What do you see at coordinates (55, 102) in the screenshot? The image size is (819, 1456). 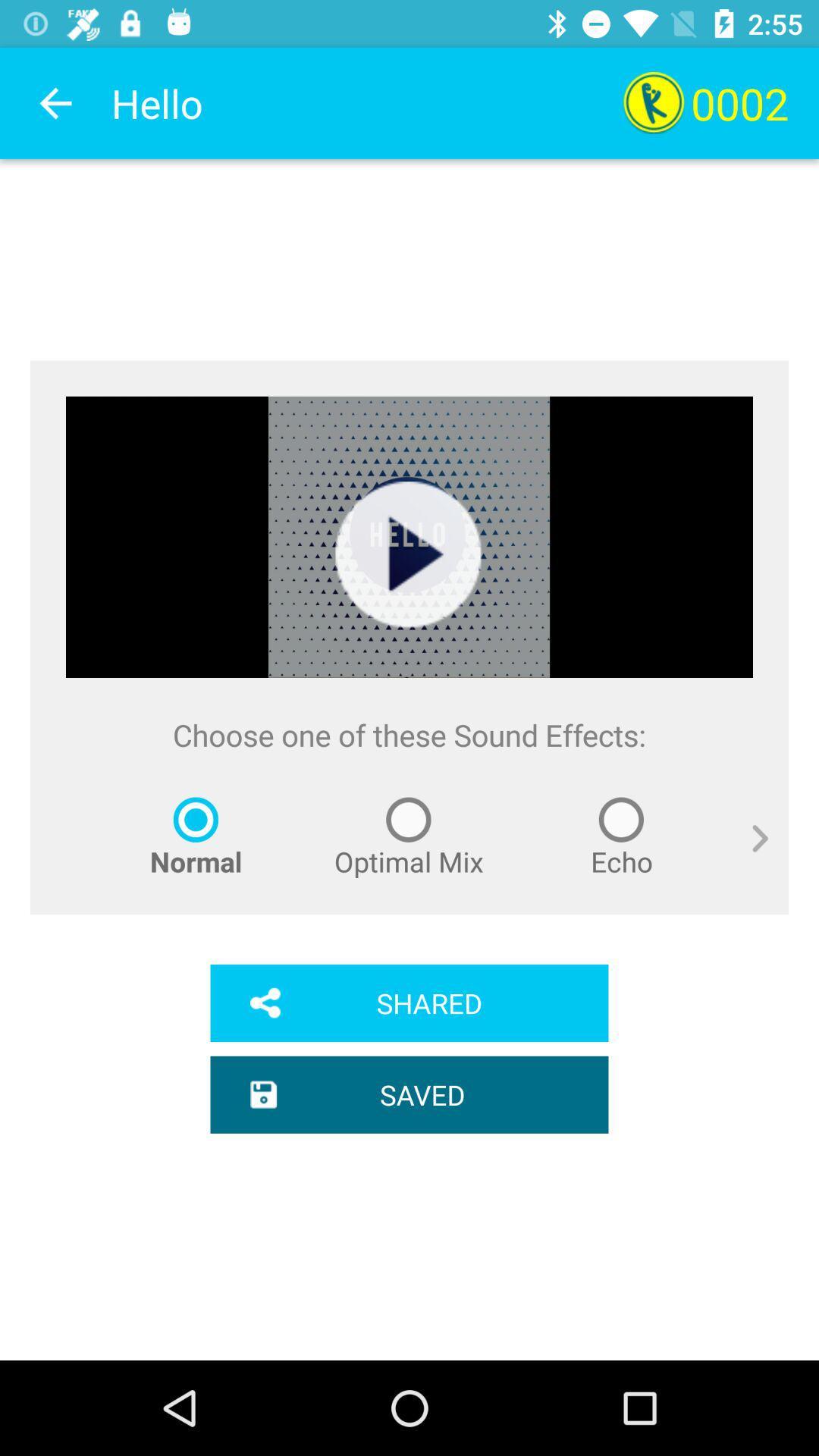 I see `the icon next to hello app` at bounding box center [55, 102].